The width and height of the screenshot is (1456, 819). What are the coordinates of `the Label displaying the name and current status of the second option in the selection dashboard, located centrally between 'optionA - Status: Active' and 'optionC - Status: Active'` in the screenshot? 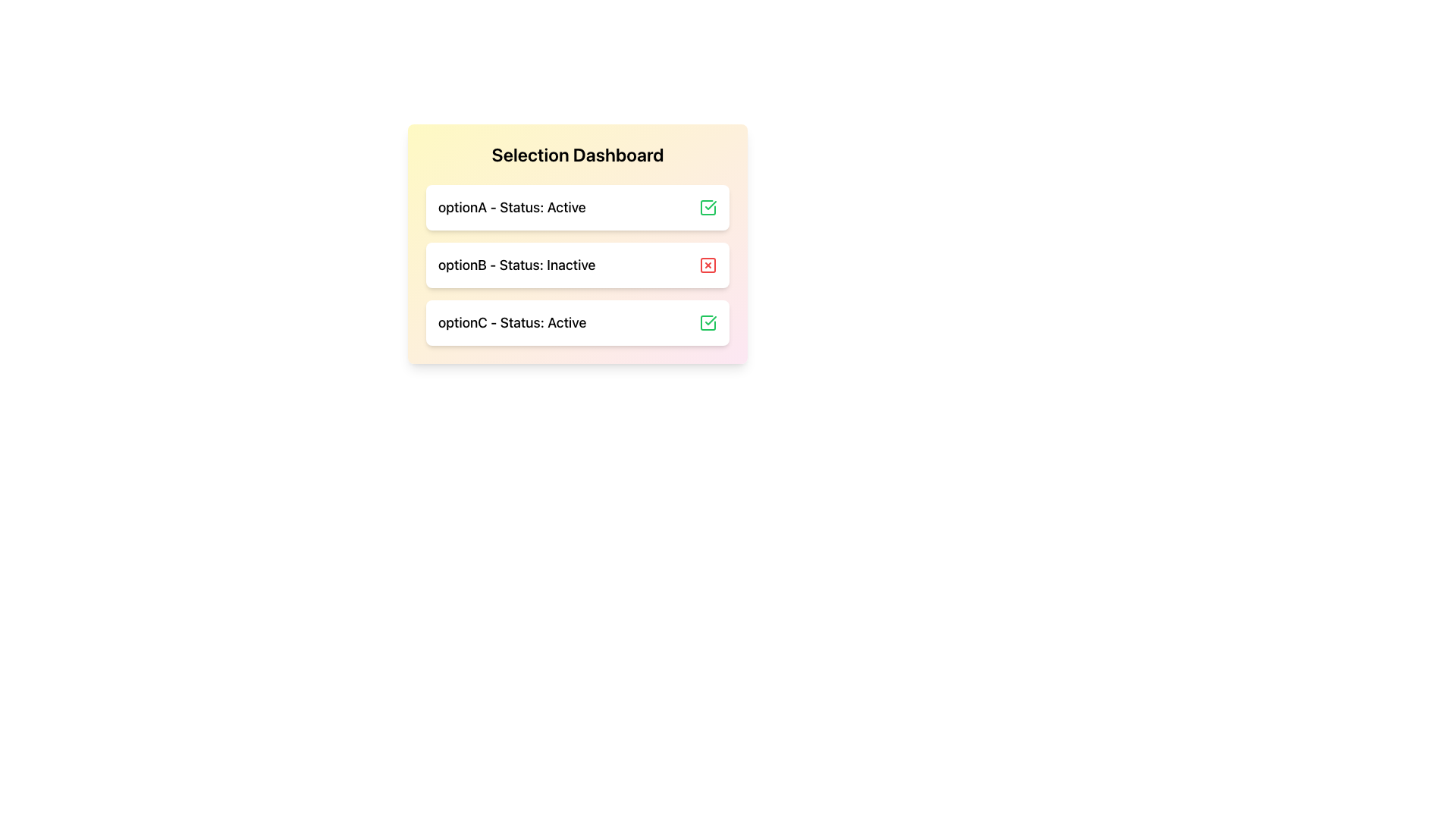 It's located at (516, 265).